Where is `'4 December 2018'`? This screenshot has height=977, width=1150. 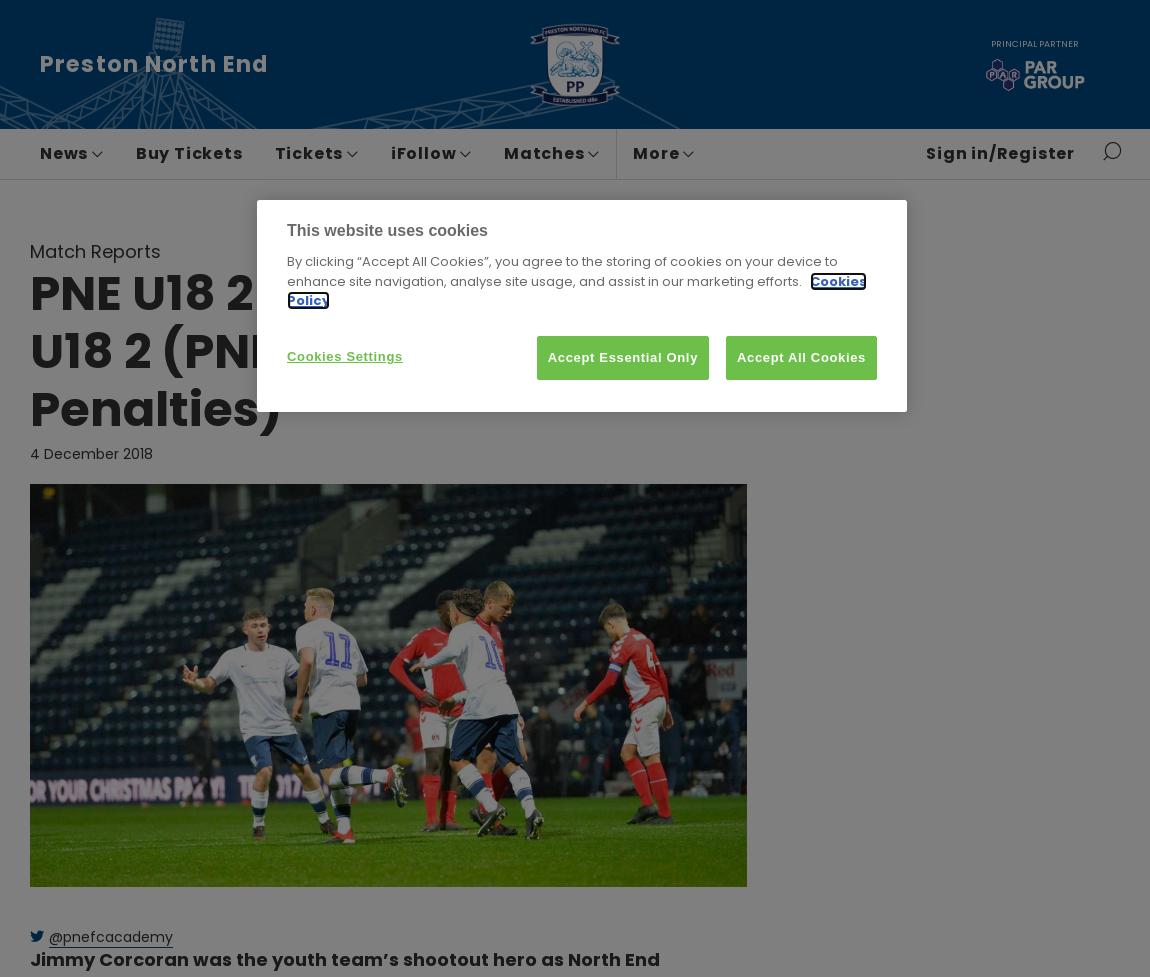
'4 December 2018' is located at coordinates (90, 453).